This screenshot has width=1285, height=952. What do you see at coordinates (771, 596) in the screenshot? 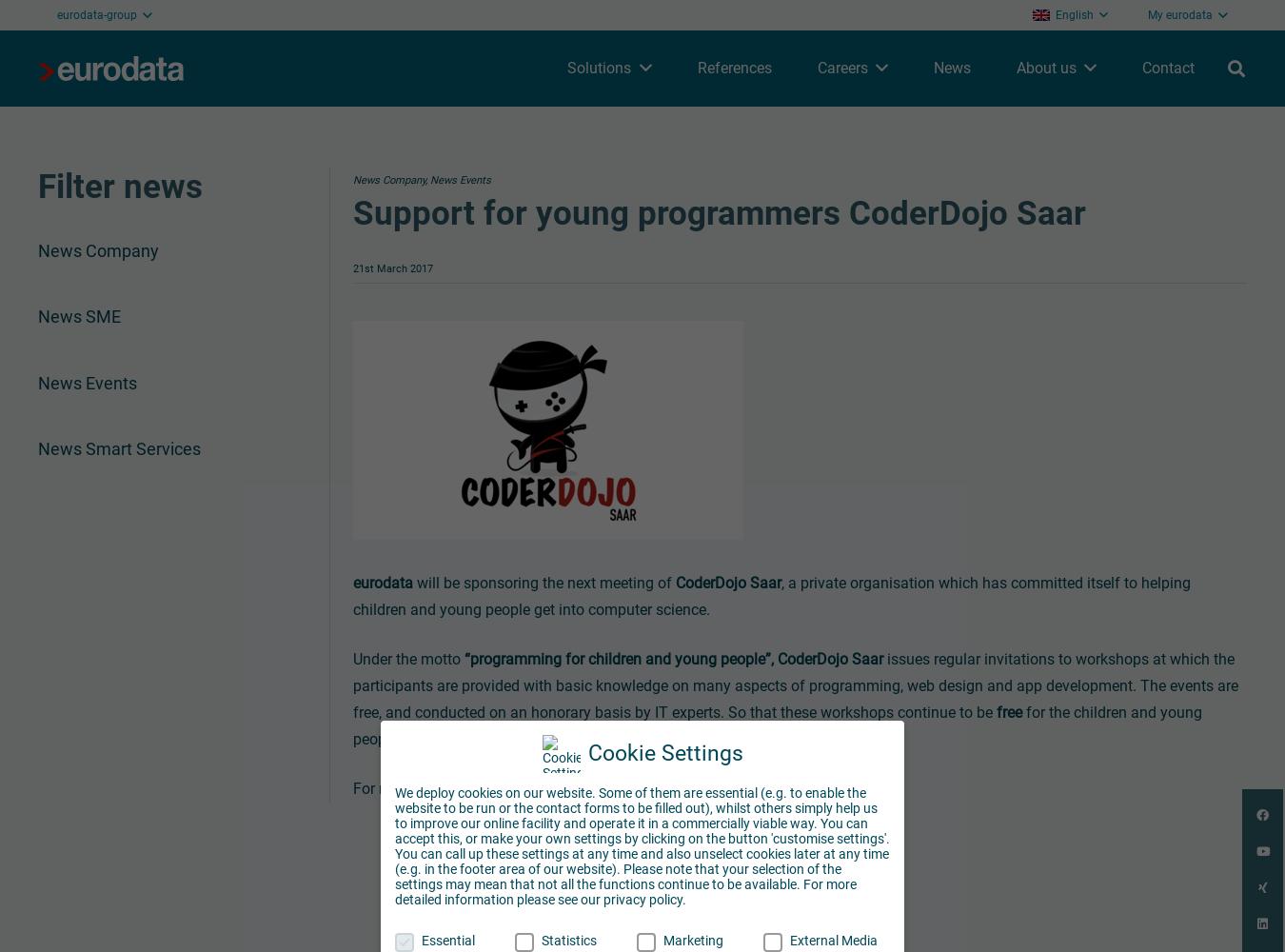
I see `', a private organisation which has committed itself to helping children and young people get into computer science.'` at bounding box center [771, 596].